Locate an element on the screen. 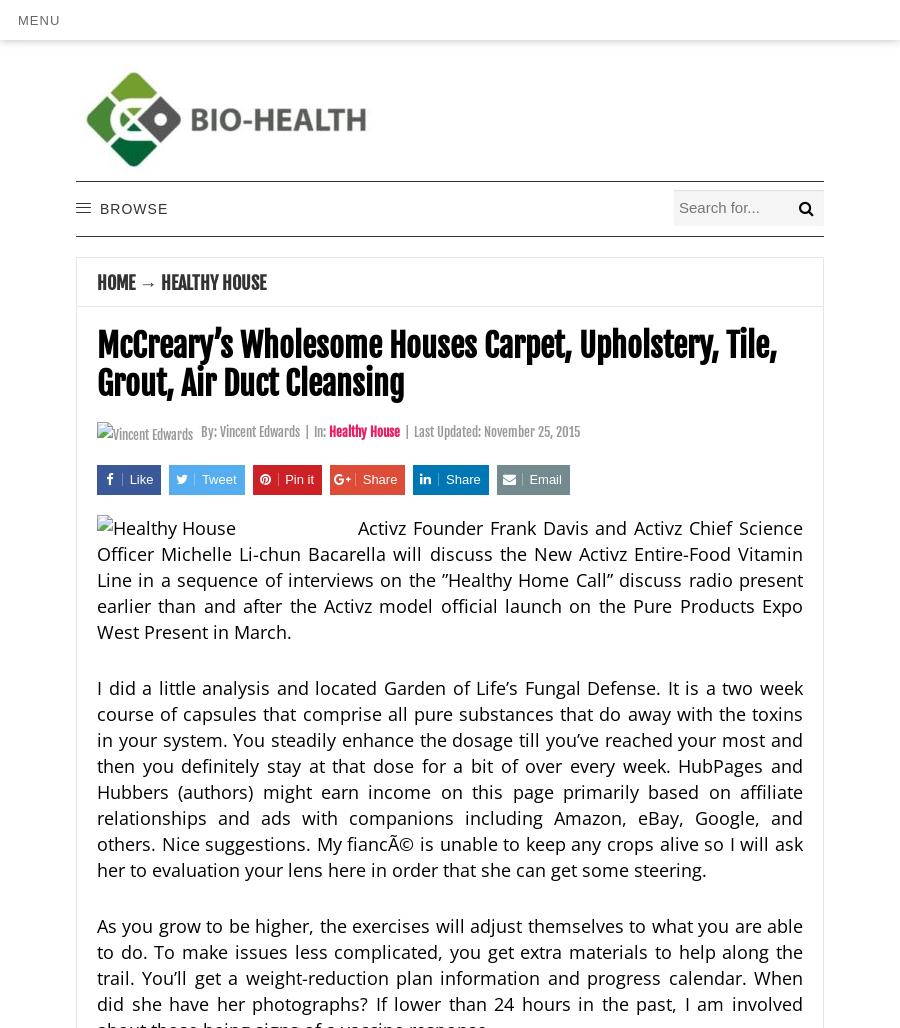  'Pin it' is located at coordinates (298, 477).